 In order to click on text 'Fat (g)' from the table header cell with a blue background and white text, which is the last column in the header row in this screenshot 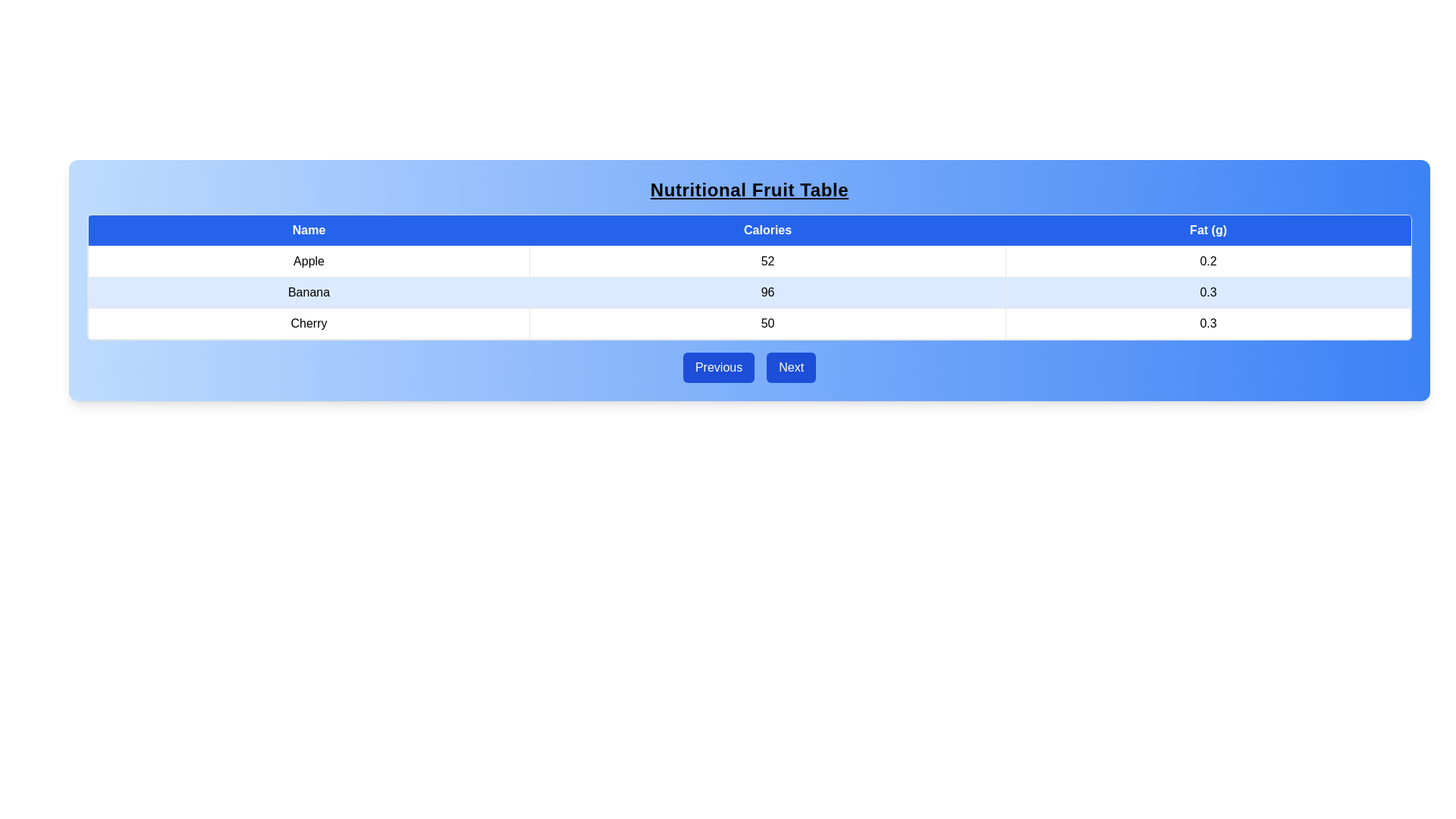, I will do `click(1207, 231)`.